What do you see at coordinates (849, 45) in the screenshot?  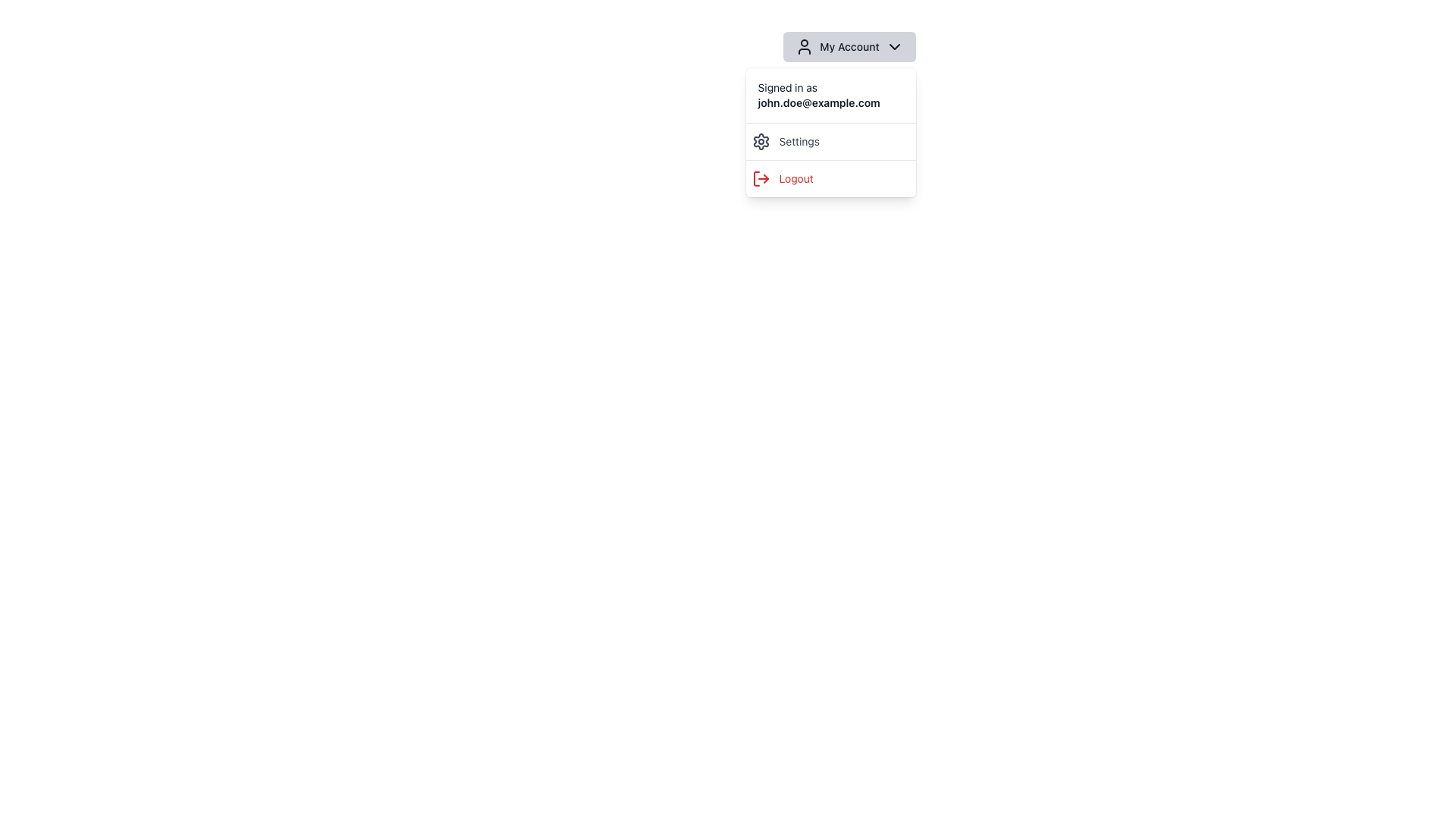 I see `the 'My Account' dropdown button located at the top-right section of the interface` at bounding box center [849, 45].